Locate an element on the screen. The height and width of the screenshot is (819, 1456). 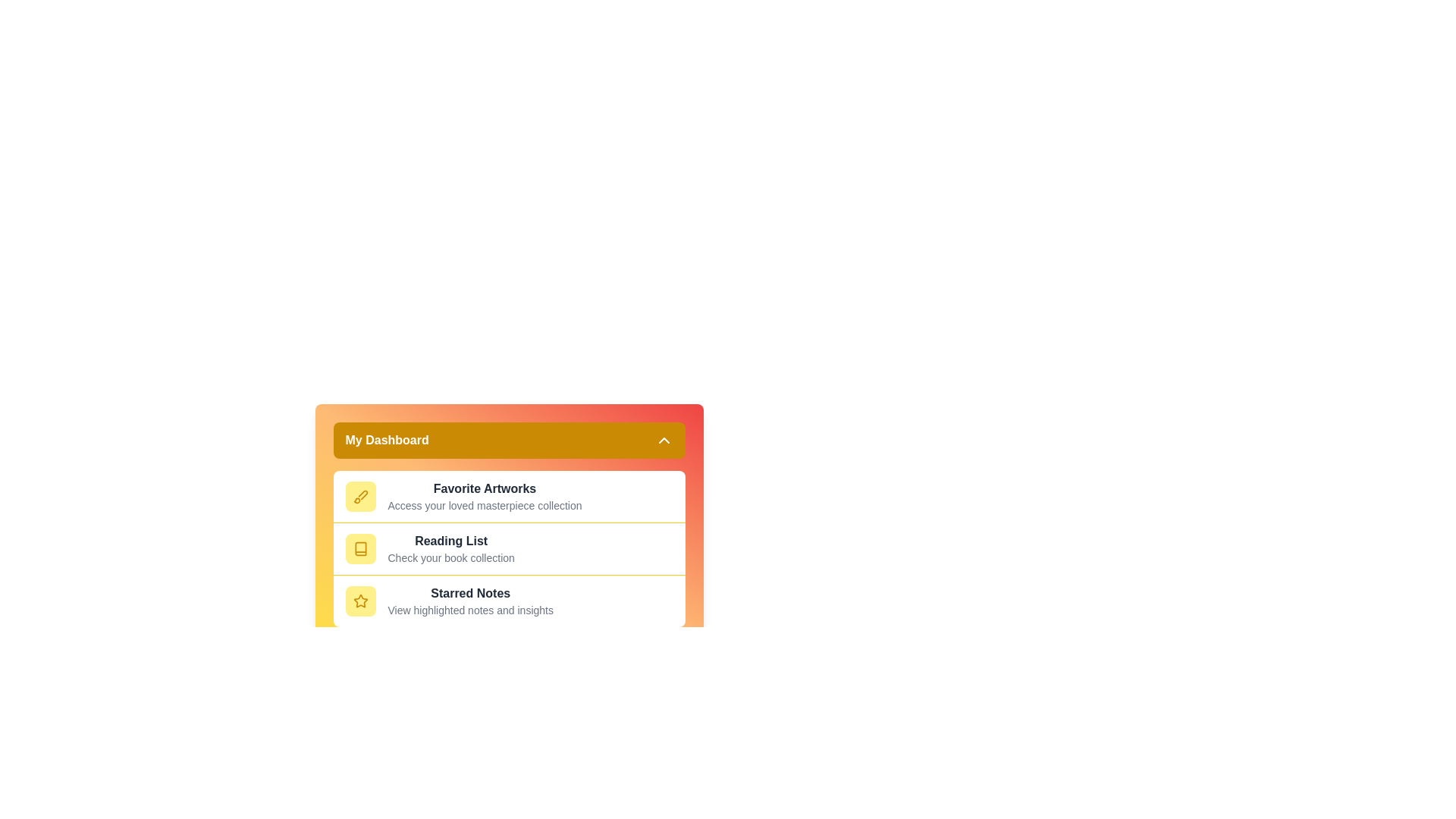
the reading list icon located in the second list item under the 'My Dashboard' section, adjacent to the 'Reading List' label is located at coordinates (359, 549).